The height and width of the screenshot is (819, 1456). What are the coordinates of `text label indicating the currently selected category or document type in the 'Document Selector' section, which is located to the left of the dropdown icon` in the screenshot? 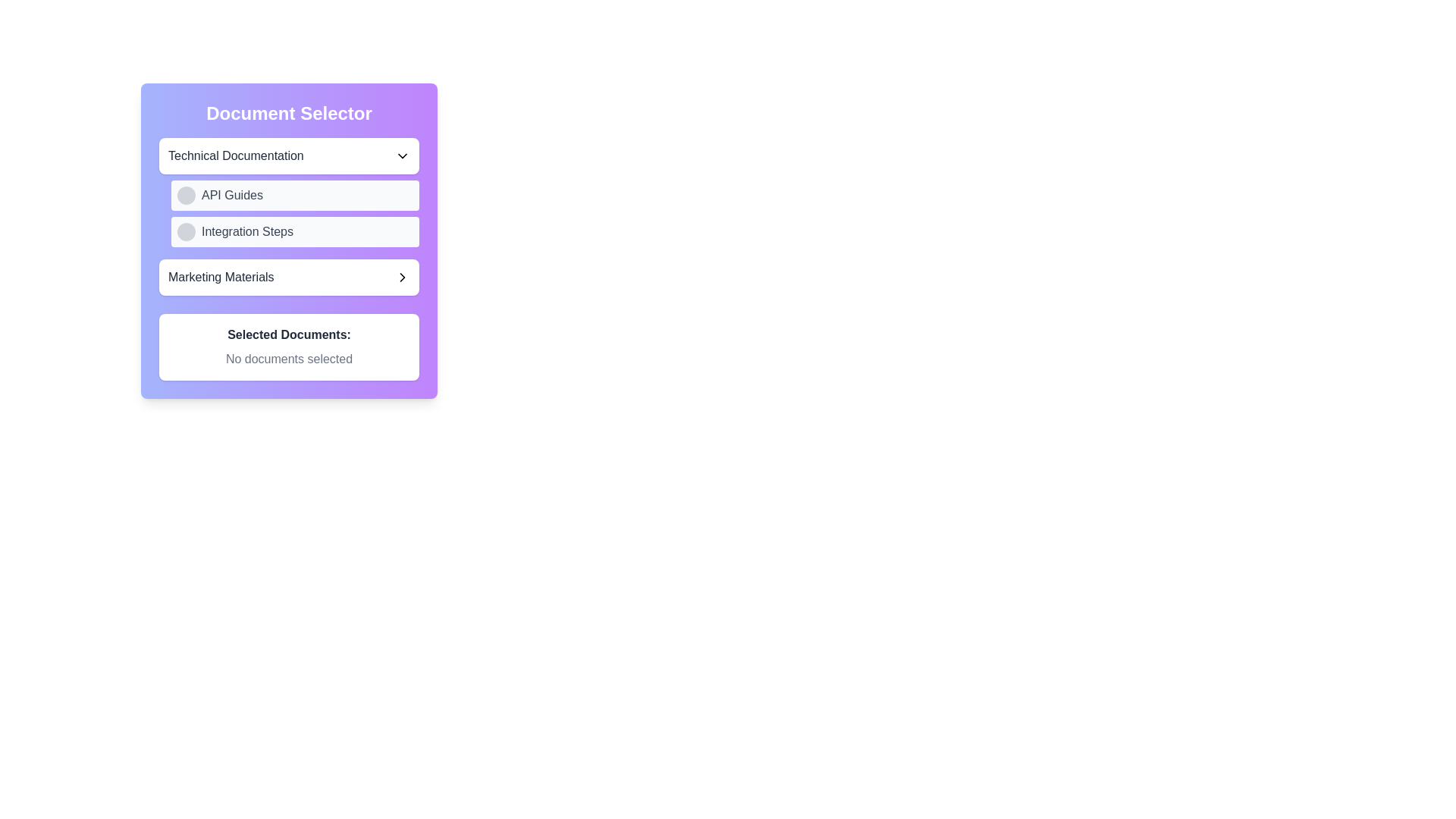 It's located at (235, 155).